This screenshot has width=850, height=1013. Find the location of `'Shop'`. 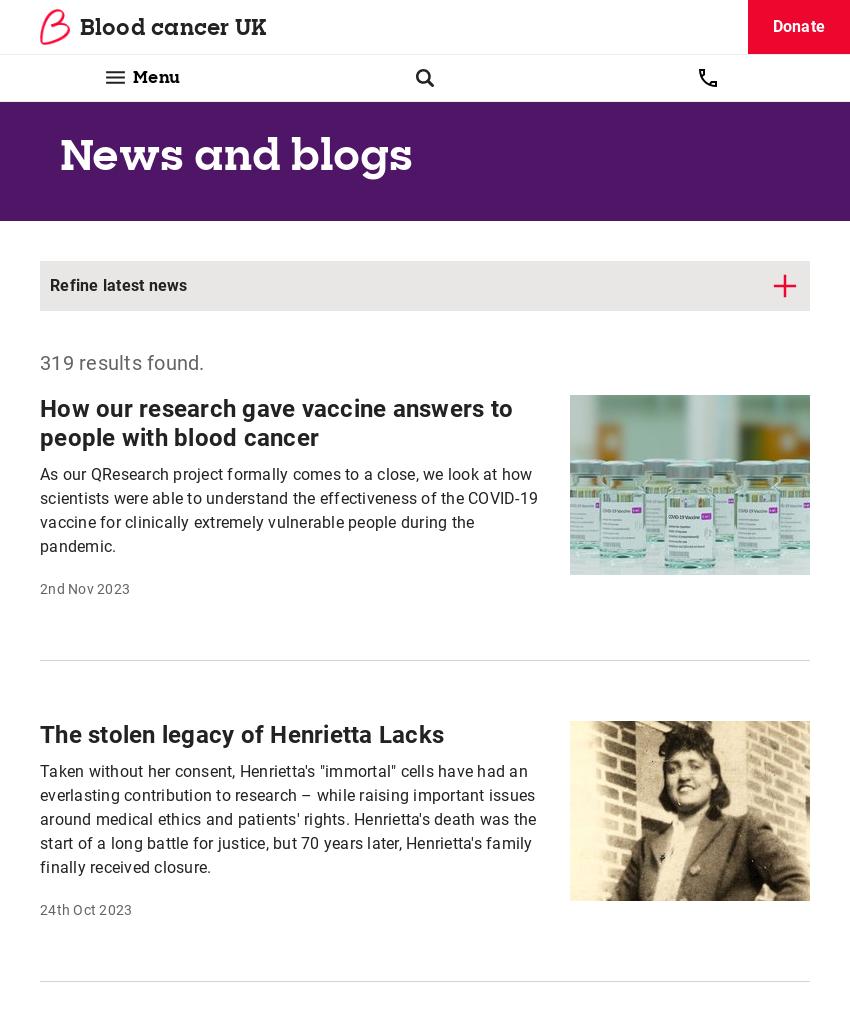

'Shop' is located at coordinates (473, 1001).